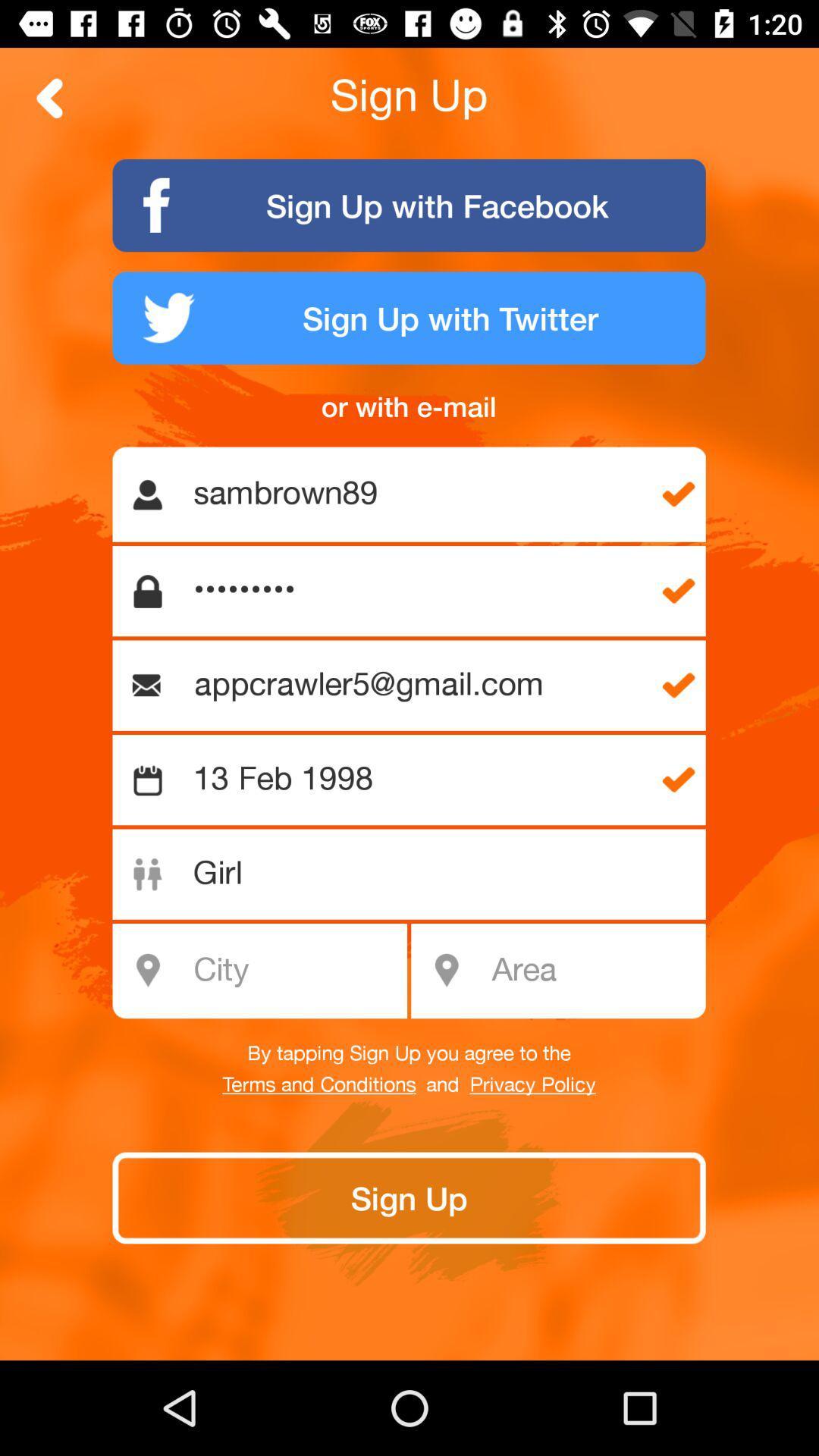  What do you see at coordinates (268, 971) in the screenshot?
I see `city name` at bounding box center [268, 971].